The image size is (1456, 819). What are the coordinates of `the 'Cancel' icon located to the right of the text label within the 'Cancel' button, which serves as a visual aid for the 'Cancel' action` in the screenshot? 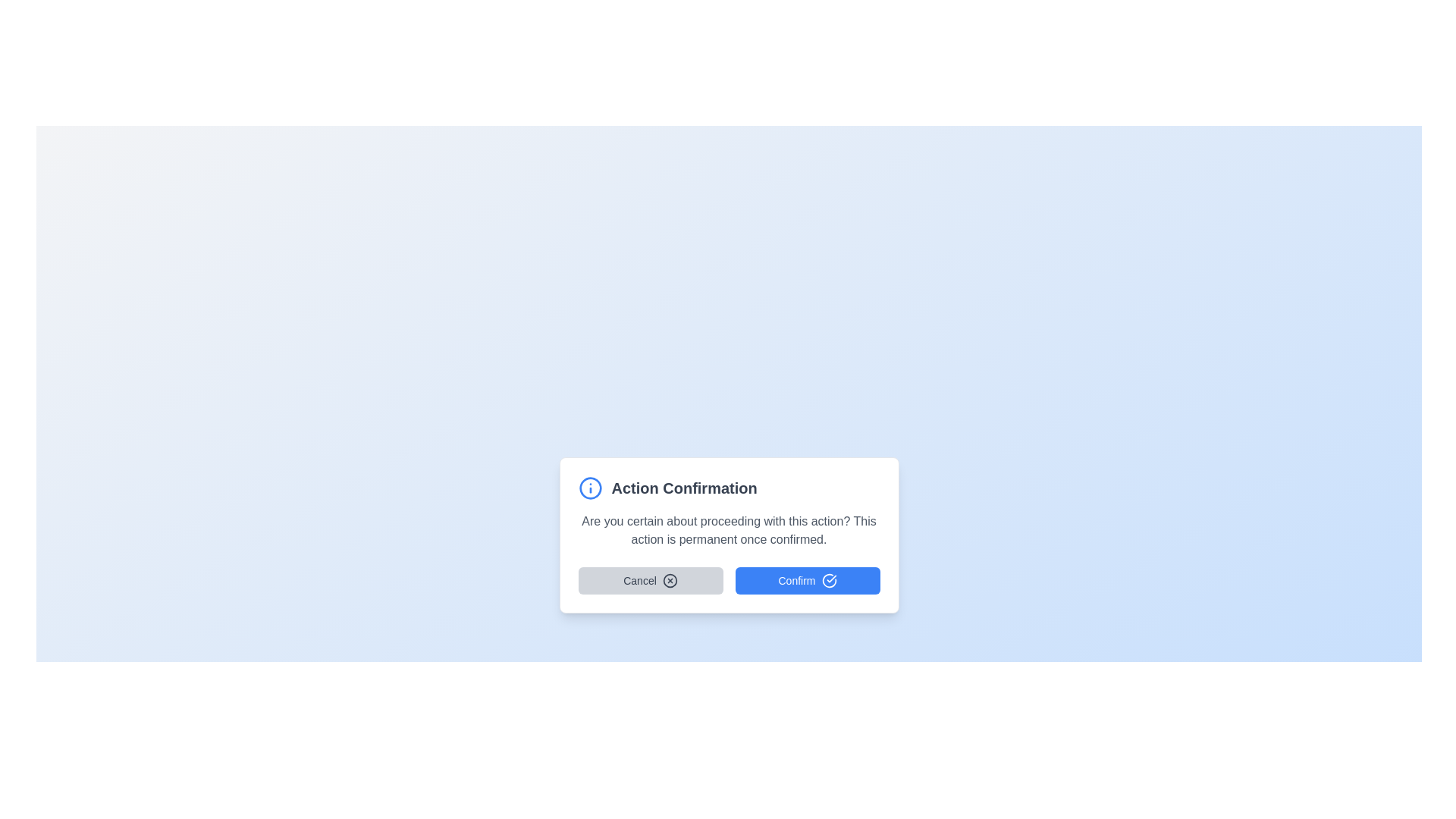 It's located at (669, 580).